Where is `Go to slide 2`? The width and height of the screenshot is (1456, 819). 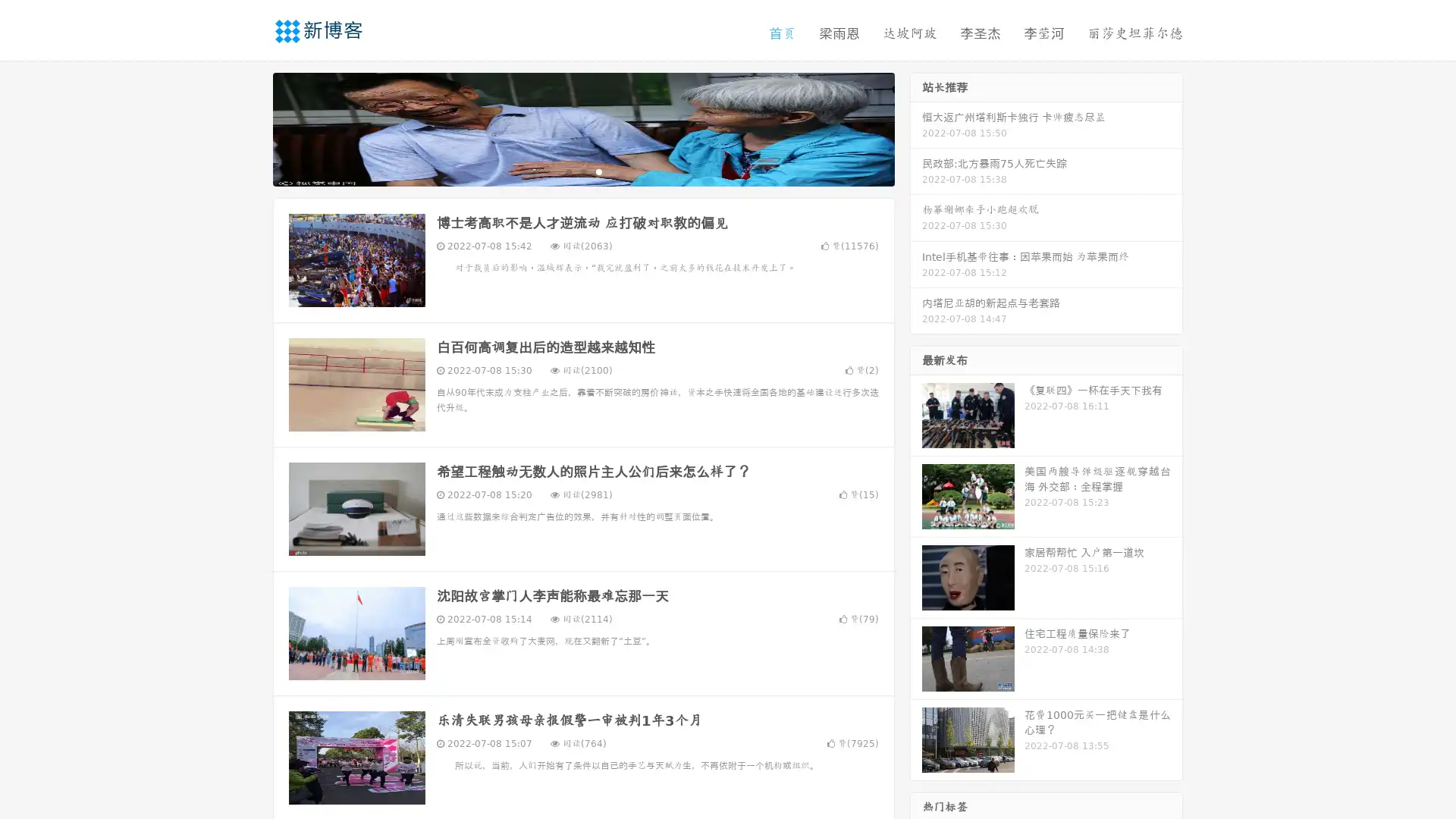
Go to slide 2 is located at coordinates (582, 171).